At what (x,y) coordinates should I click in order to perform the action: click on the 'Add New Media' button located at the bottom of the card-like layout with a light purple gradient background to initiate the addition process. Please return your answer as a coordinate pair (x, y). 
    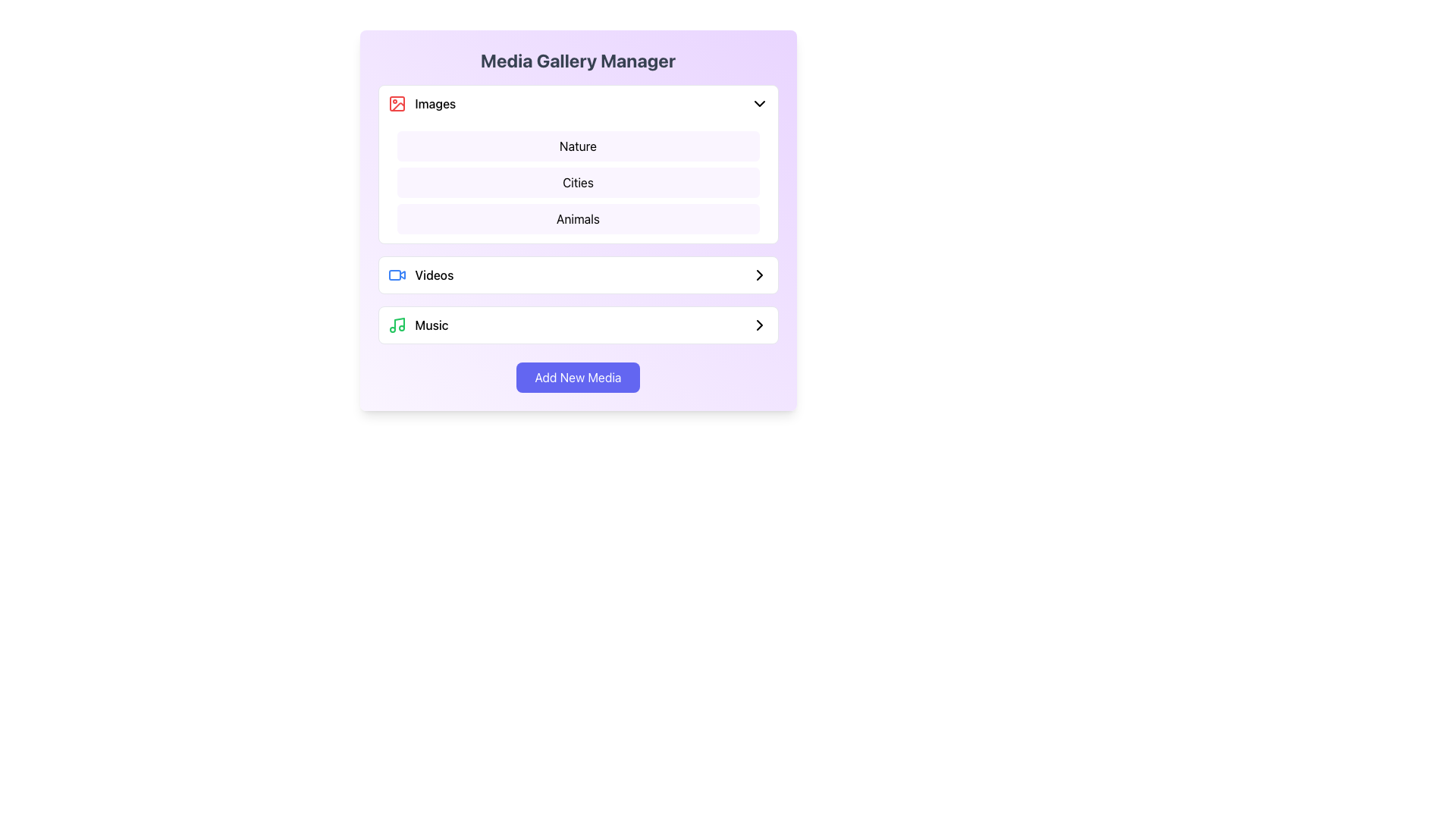
    Looking at the image, I should click on (577, 376).